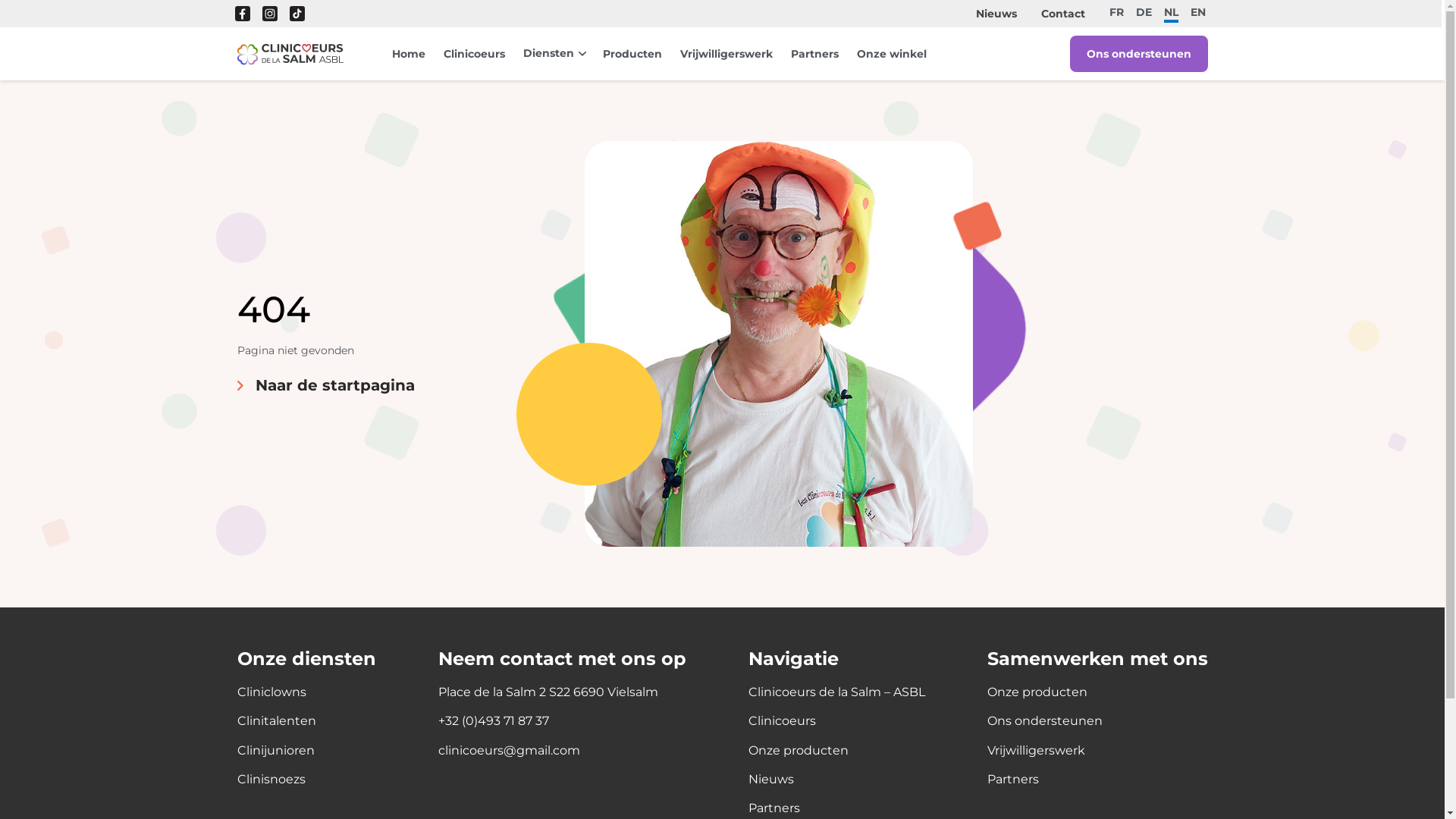 The height and width of the screenshot is (819, 1456). Describe the element at coordinates (324, 384) in the screenshot. I see `'Naar de startpagina'` at that location.